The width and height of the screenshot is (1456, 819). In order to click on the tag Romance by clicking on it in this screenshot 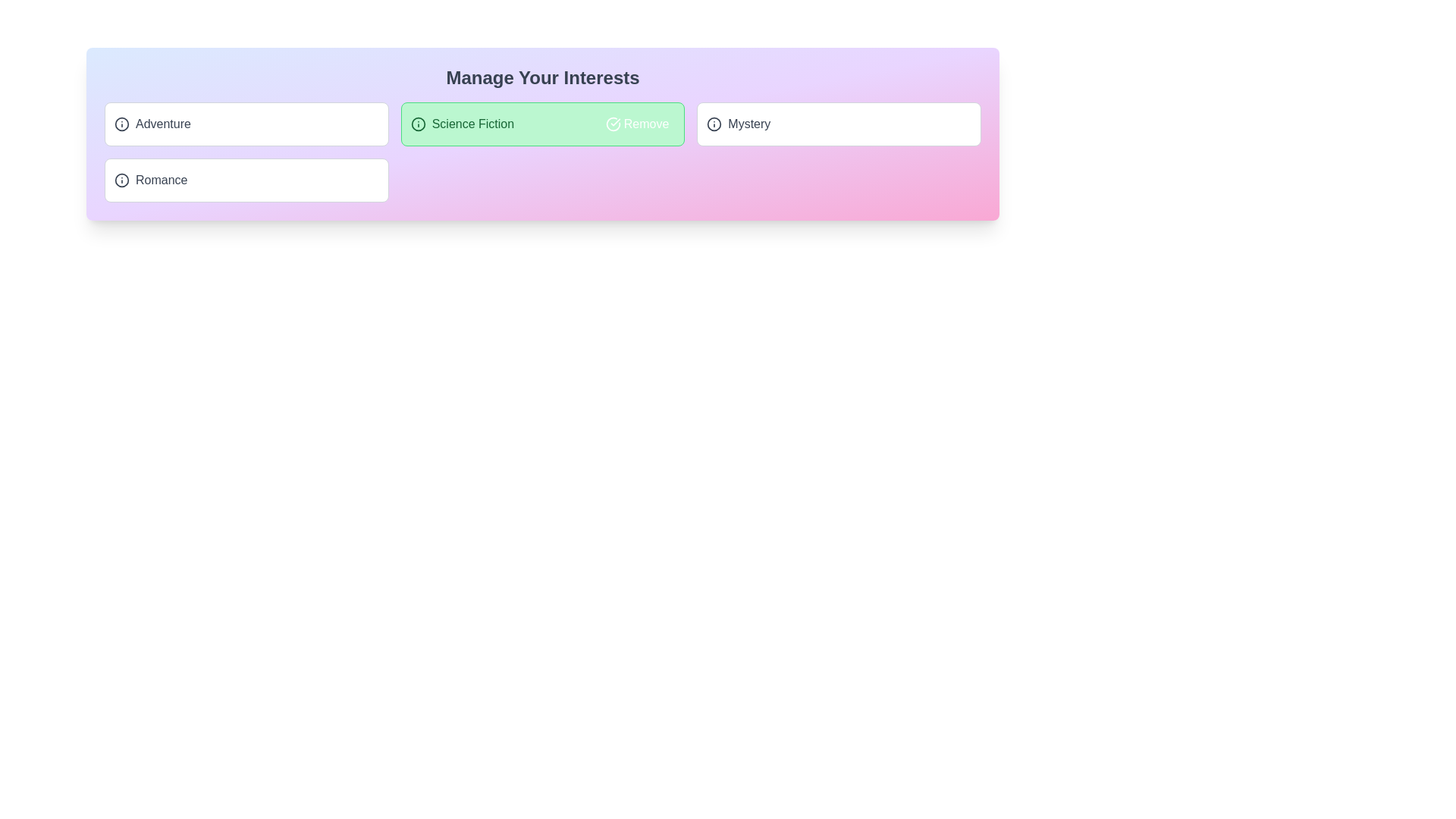, I will do `click(246, 180)`.